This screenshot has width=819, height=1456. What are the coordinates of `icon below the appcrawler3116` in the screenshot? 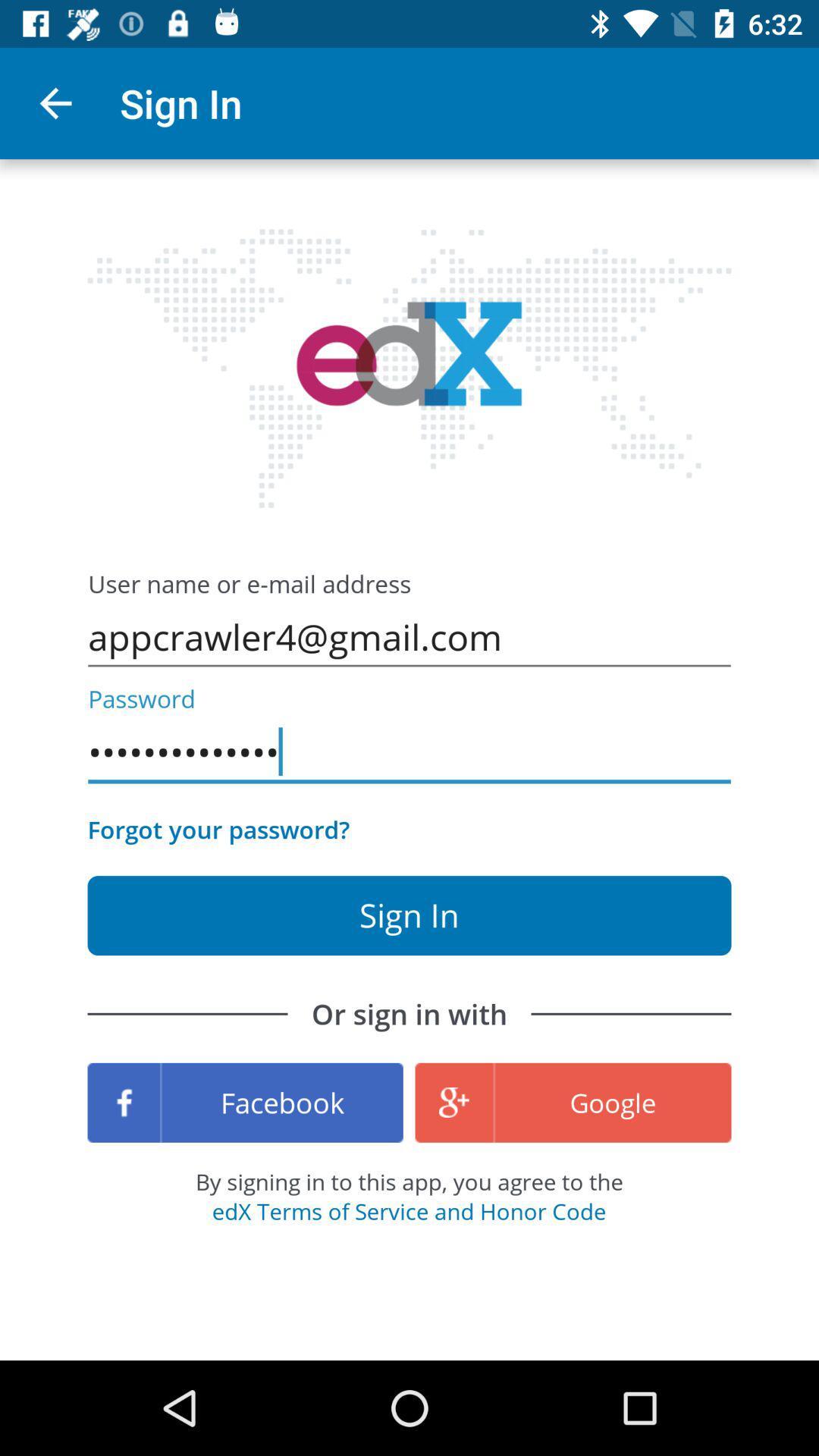 It's located at (218, 828).